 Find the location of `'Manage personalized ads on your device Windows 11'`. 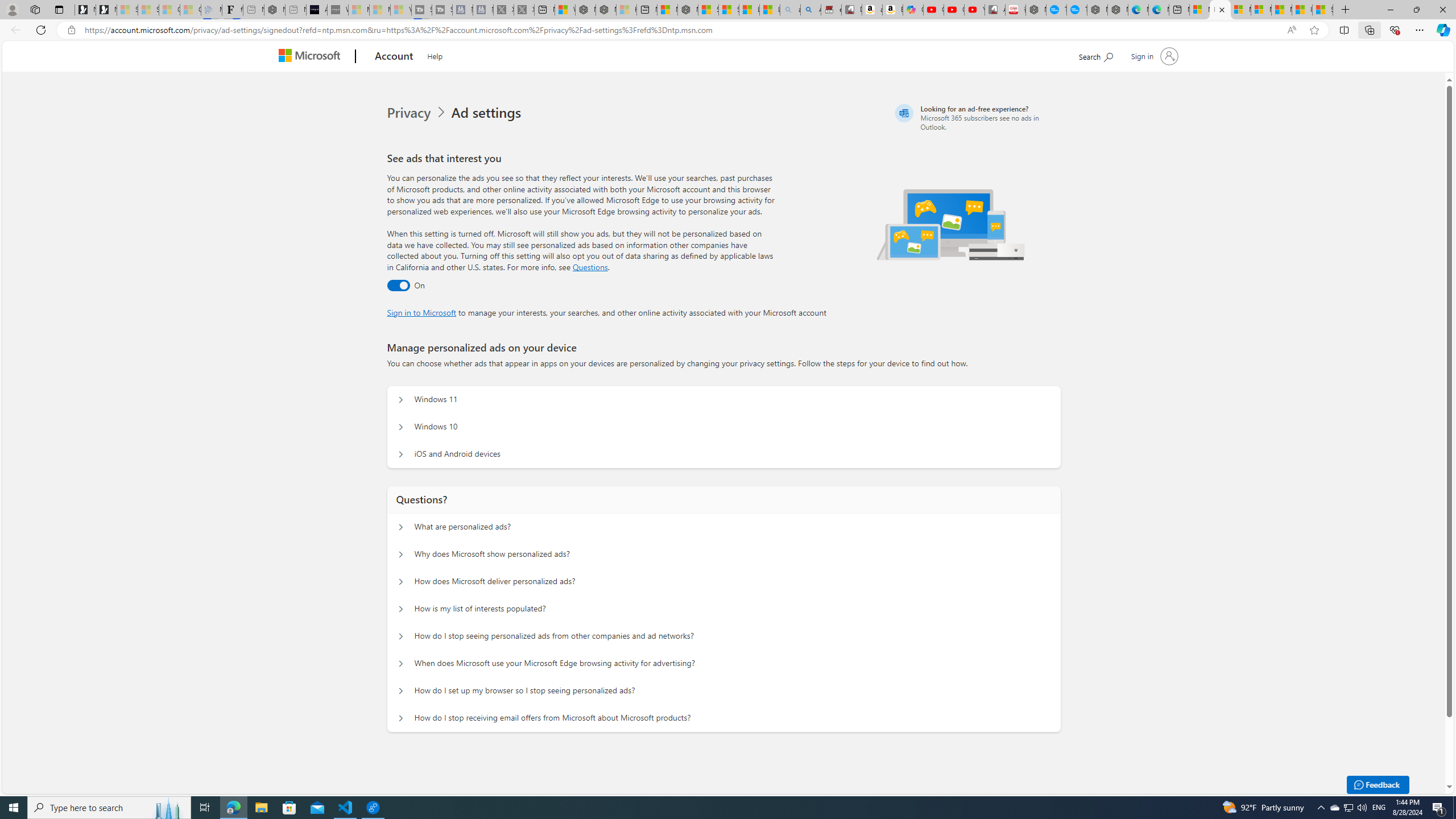

'Manage personalized ads on your device Windows 11' is located at coordinates (401, 399).